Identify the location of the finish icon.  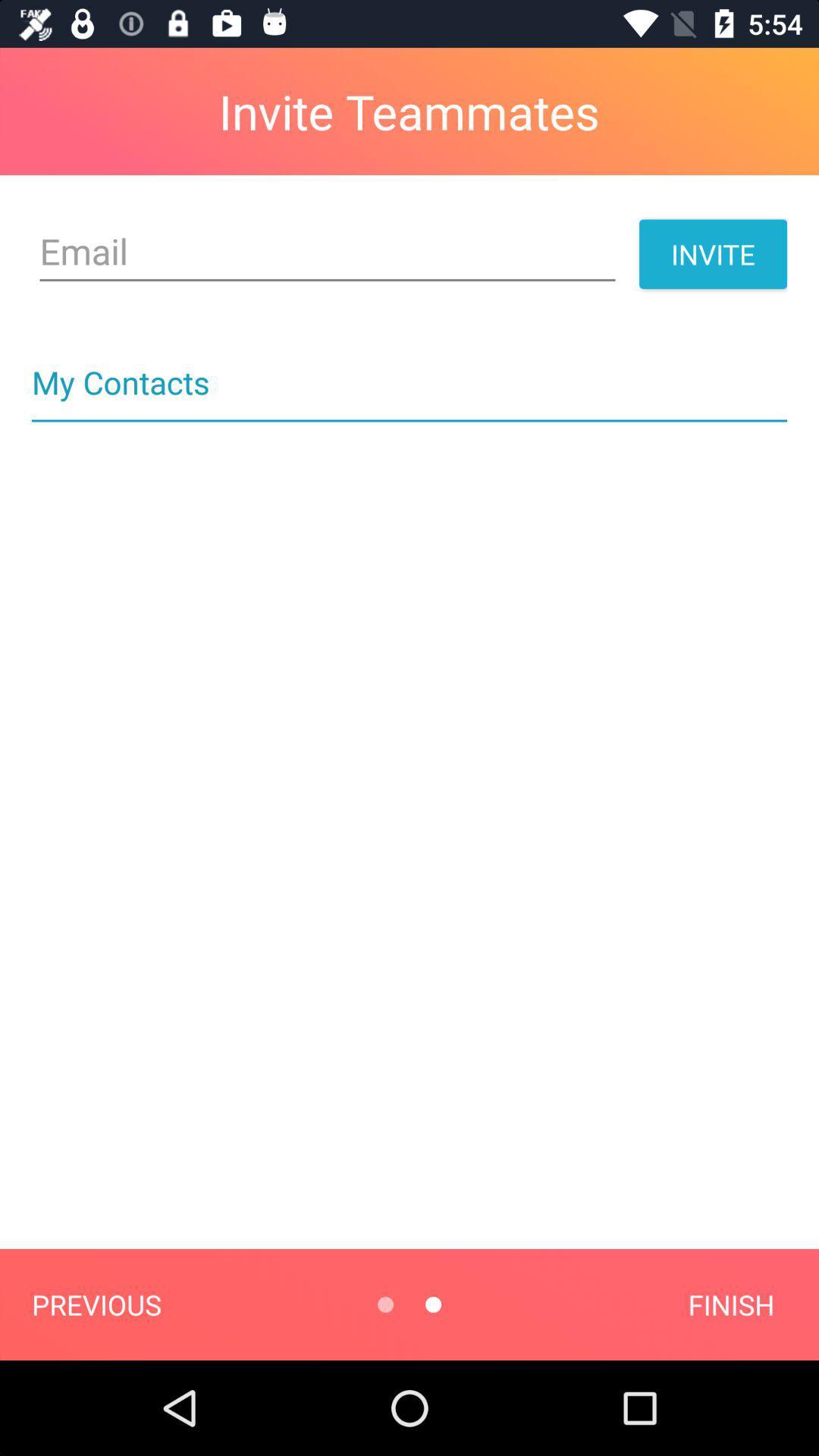
(730, 1304).